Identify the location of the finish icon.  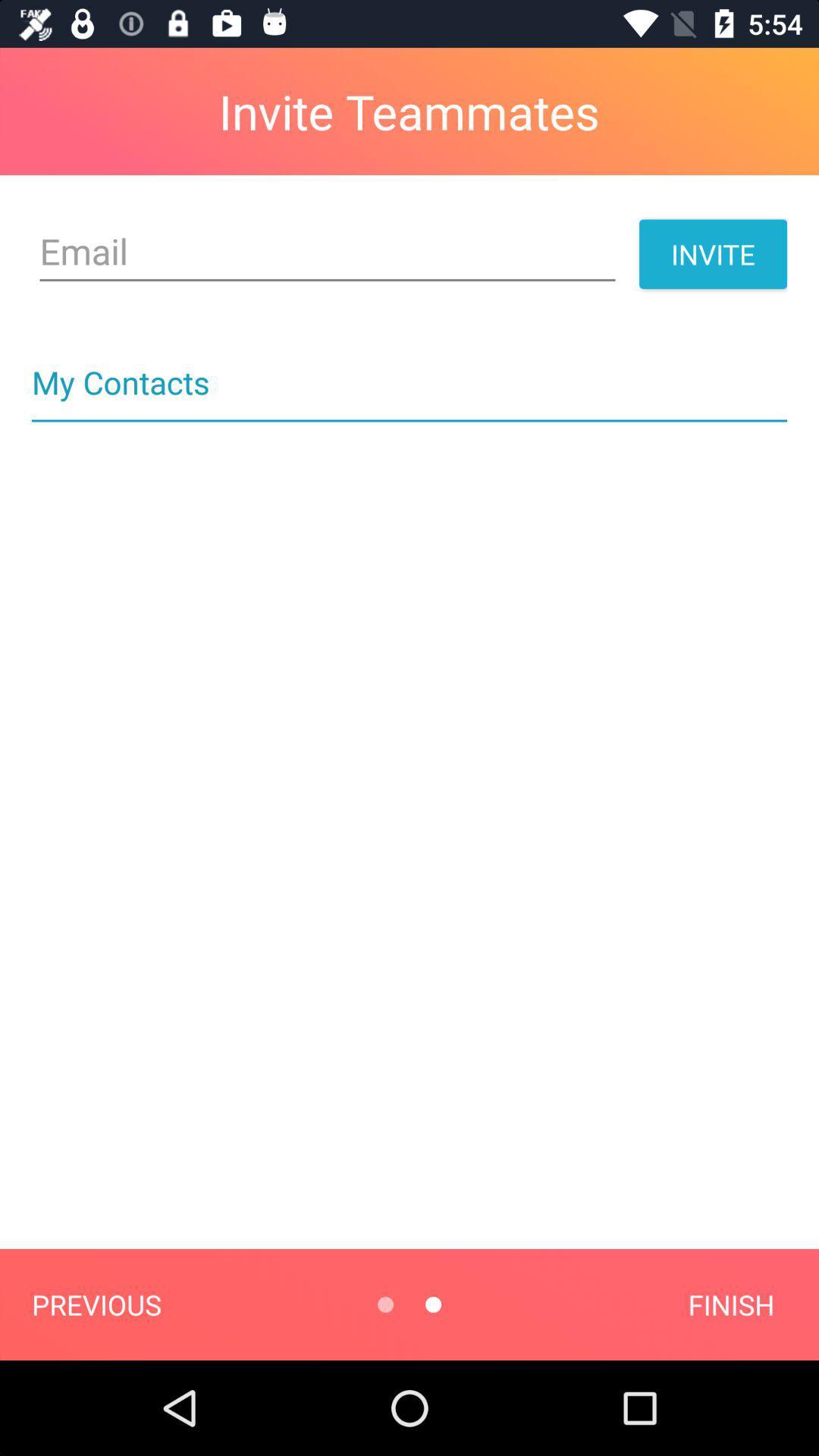
(730, 1304).